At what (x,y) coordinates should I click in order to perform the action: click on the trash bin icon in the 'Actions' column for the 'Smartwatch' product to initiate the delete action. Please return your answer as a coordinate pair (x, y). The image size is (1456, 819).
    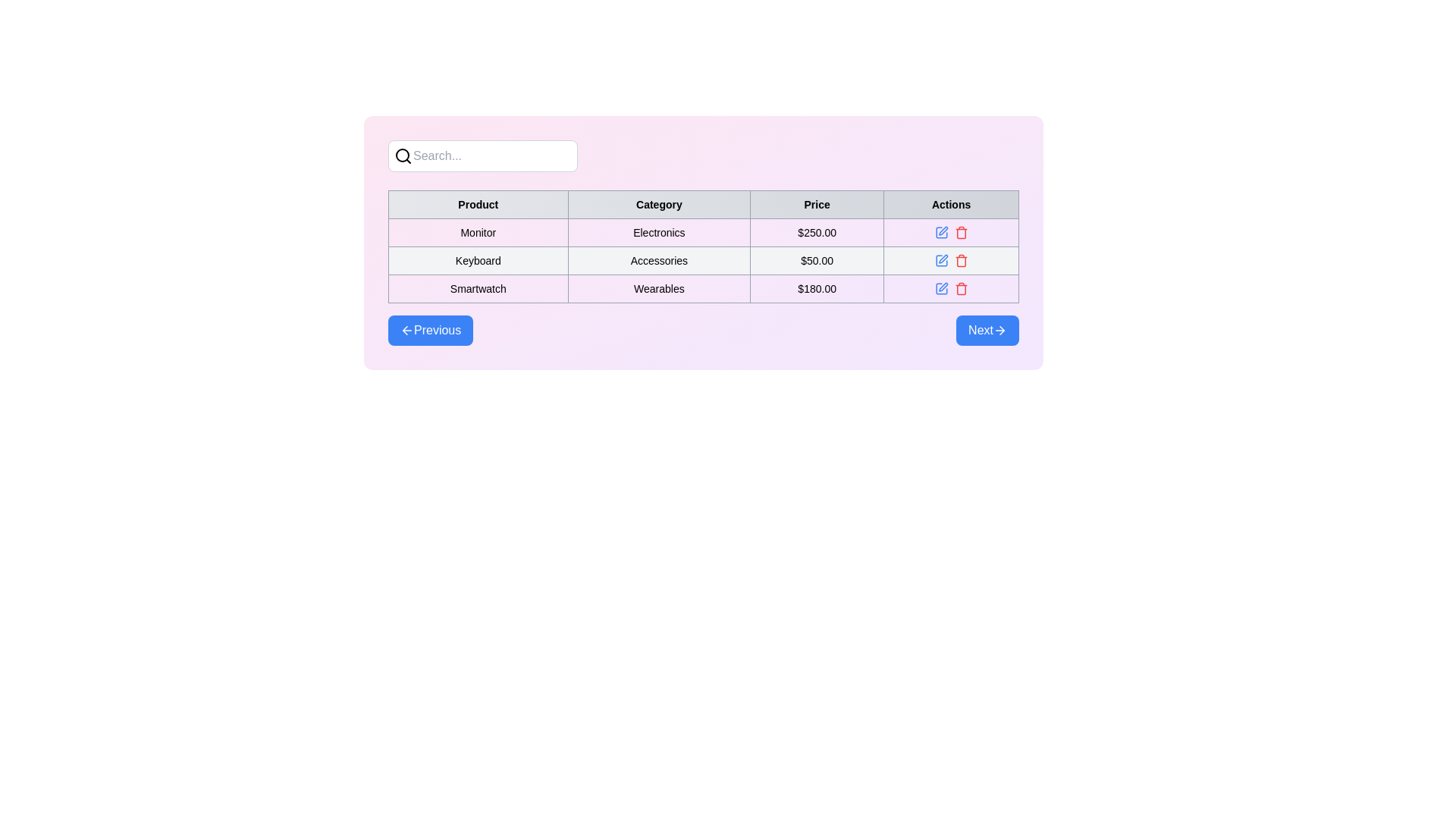
    Looking at the image, I should click on (960, 290).